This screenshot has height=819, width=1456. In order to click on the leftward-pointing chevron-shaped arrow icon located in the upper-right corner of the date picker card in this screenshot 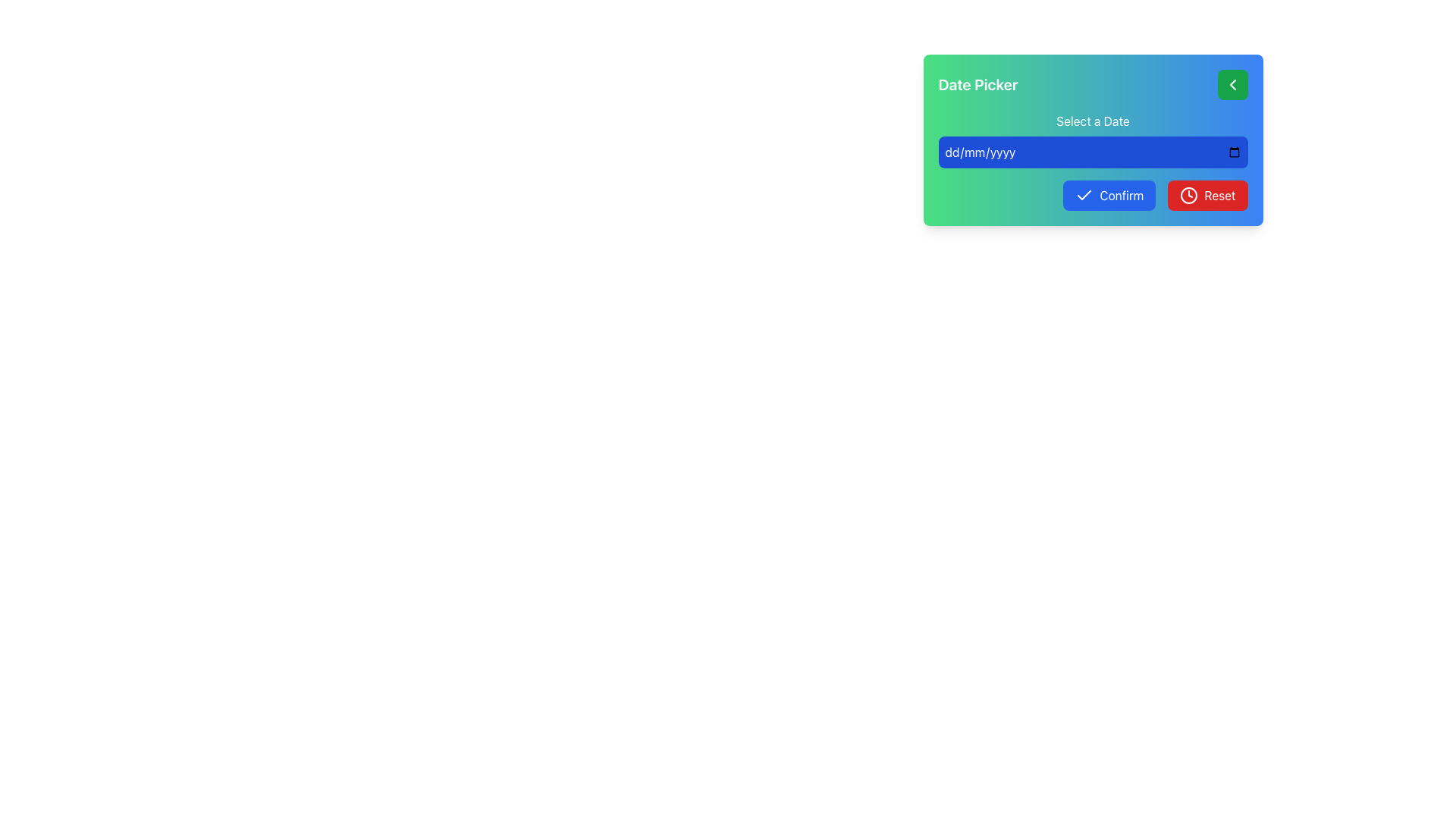, I will do `click(1232, 84)`.